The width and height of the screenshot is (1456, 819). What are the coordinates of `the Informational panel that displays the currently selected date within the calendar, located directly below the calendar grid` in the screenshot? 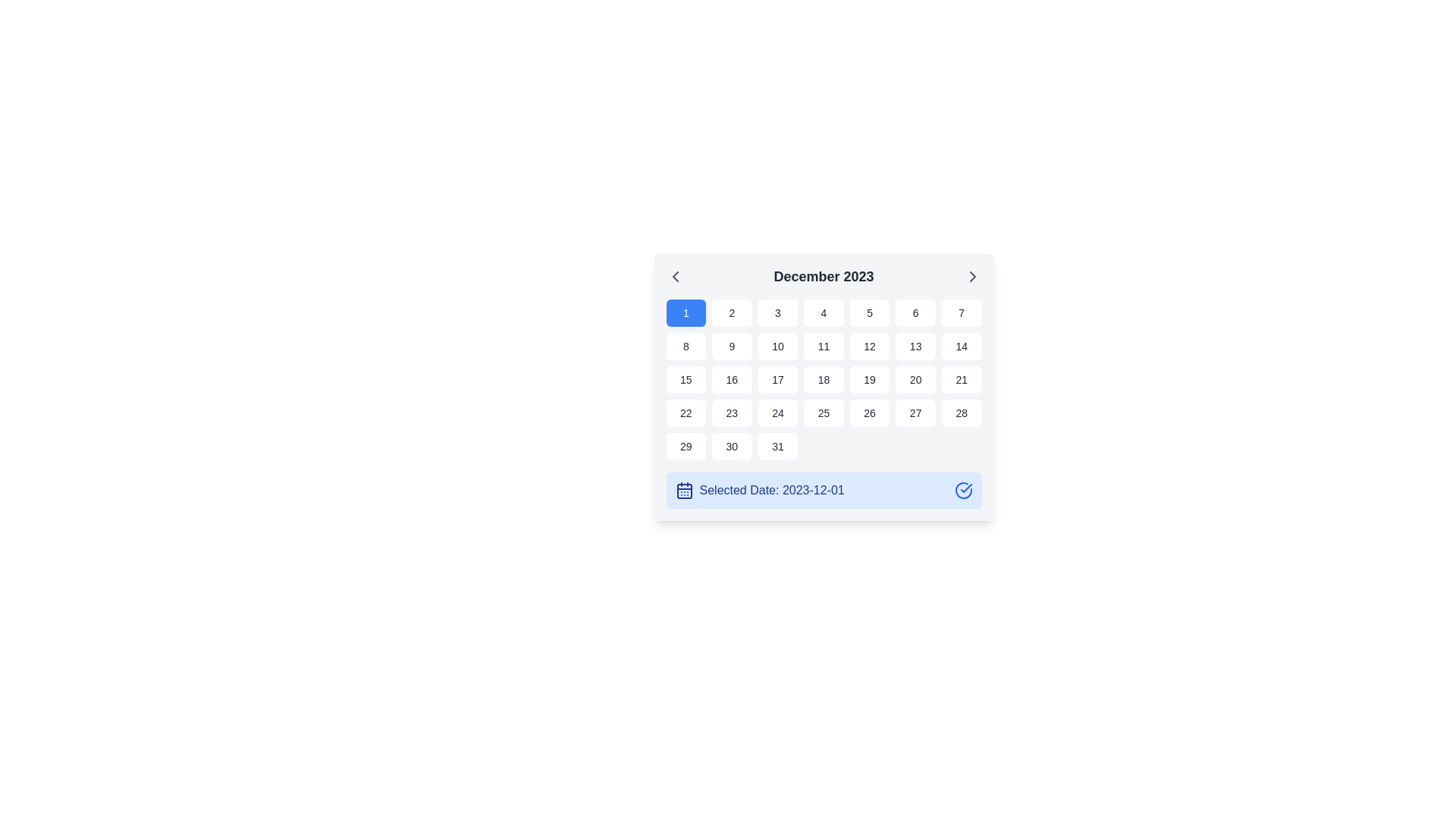 It's located at (823, 491).